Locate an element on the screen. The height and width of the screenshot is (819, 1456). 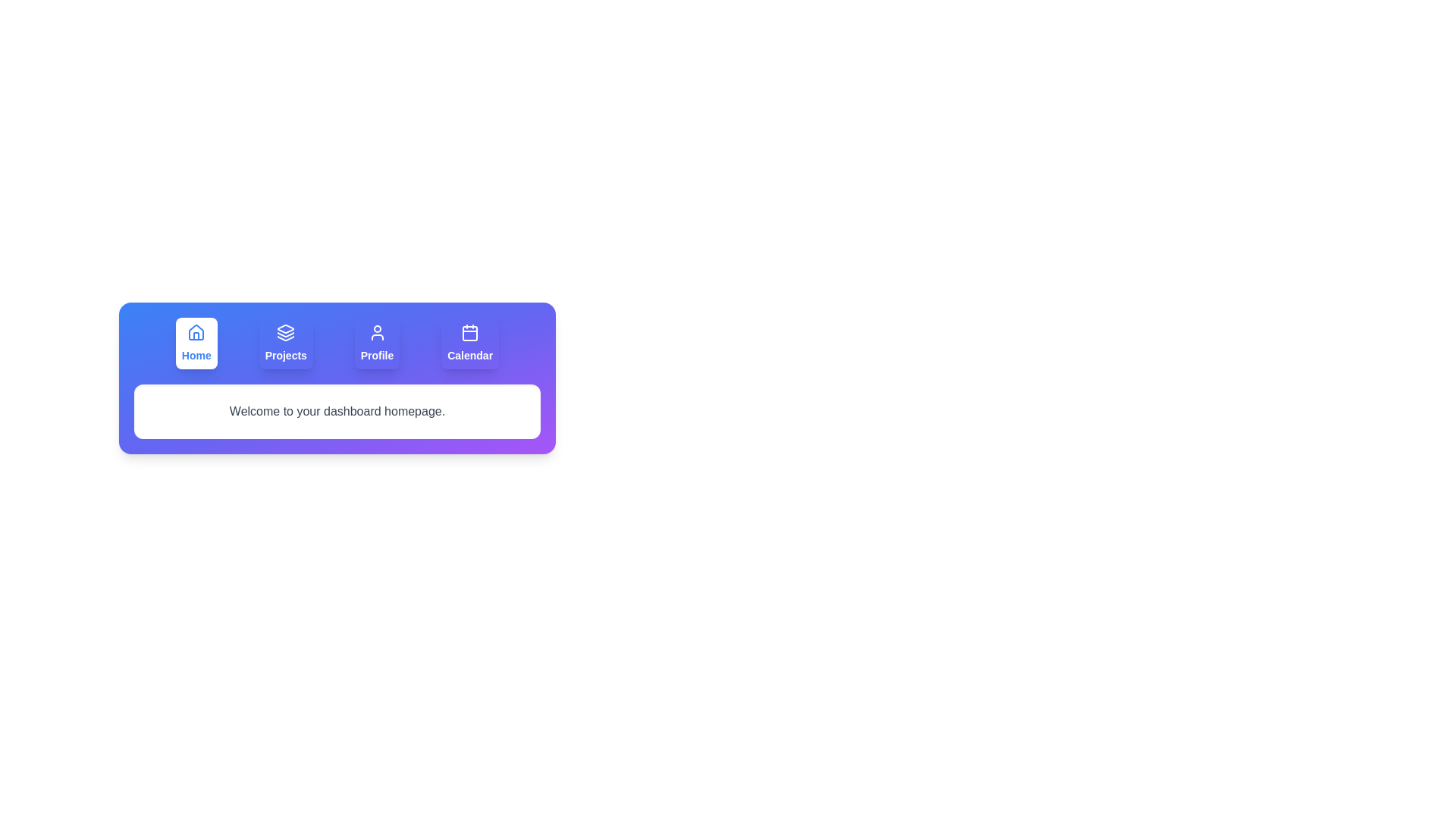
the tab labeled Profile to view its content is located at coordinates (377, 343).